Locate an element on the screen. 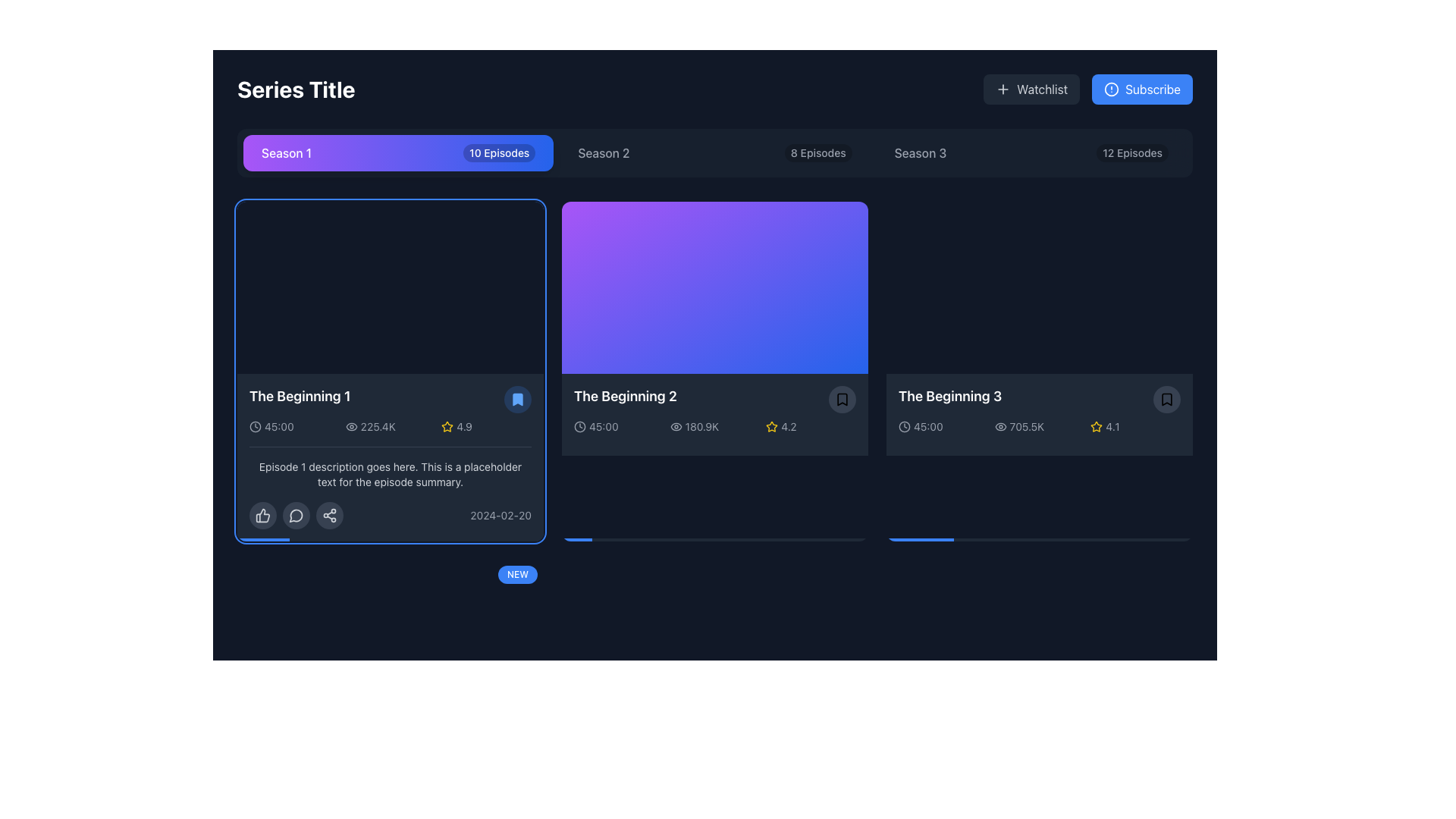 This screenshot has width=1456, height=819. the circular clock face element located within the SVG icon, positioned in the bottom left area below the thumbnail for 'The Beginning 1' is located at coordinates (579, 427).